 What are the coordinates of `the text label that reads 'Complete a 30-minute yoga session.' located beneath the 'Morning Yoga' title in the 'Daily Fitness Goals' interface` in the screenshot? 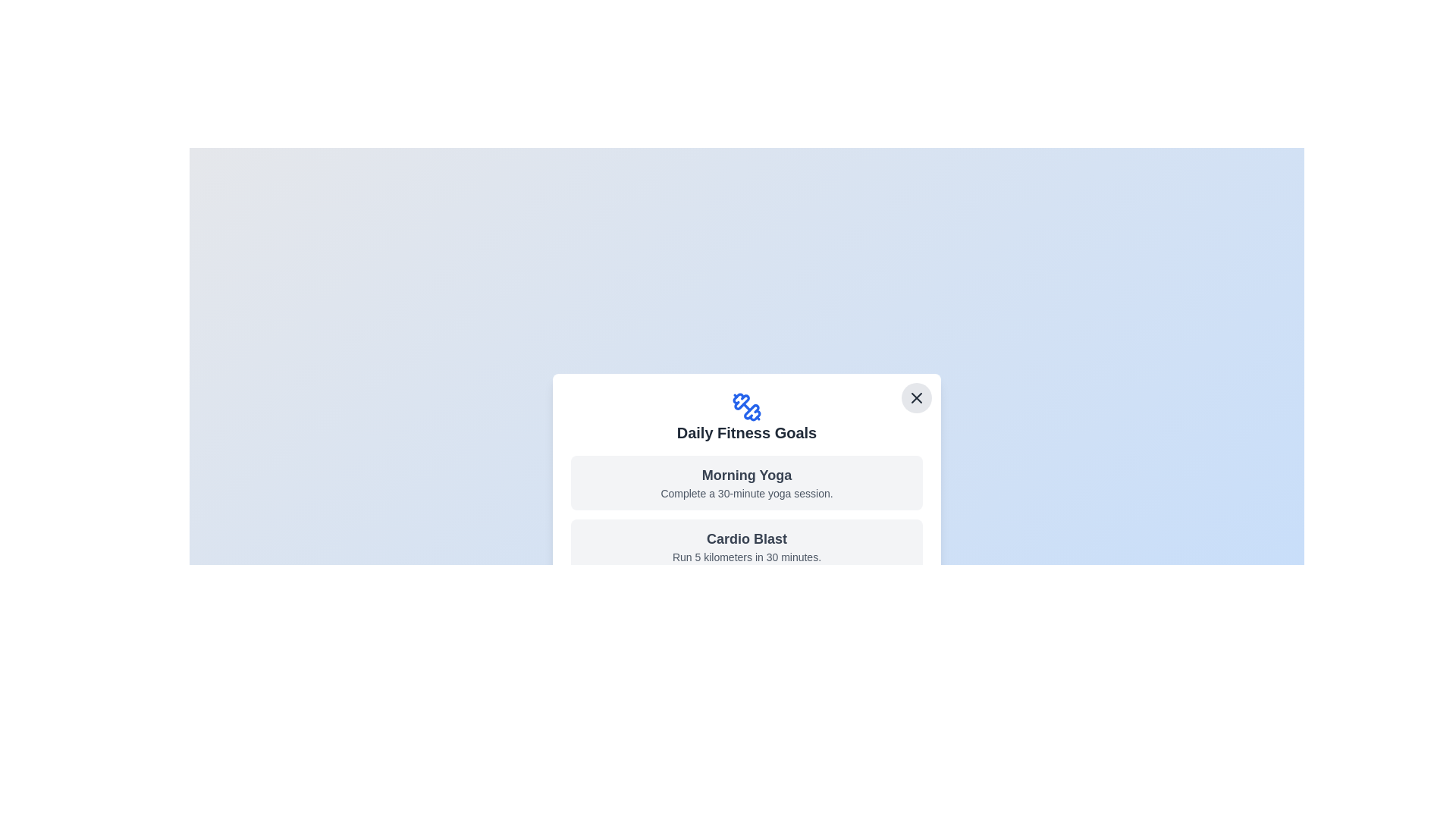 It's located at (746, 494).